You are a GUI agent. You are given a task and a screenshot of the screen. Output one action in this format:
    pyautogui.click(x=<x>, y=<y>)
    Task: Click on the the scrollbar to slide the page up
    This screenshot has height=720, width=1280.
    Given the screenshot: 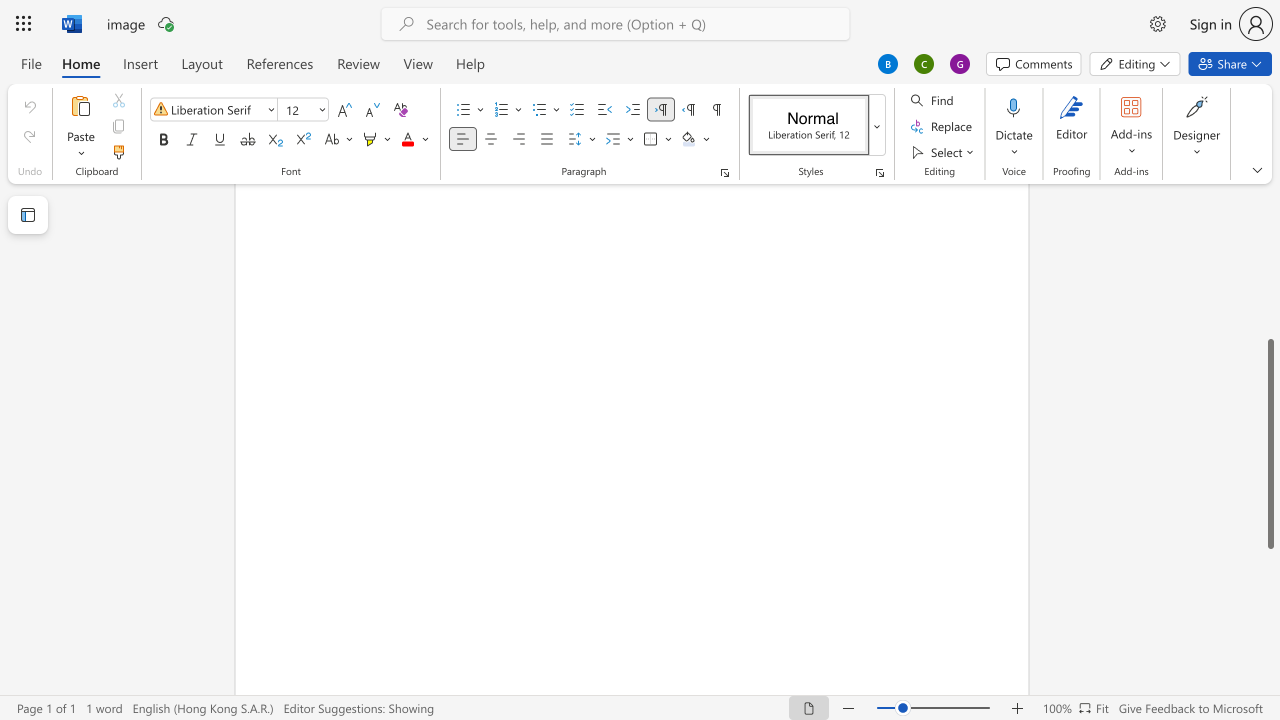 What is the action you would take?
    pyautogui.click(x=1269, y=300)
    